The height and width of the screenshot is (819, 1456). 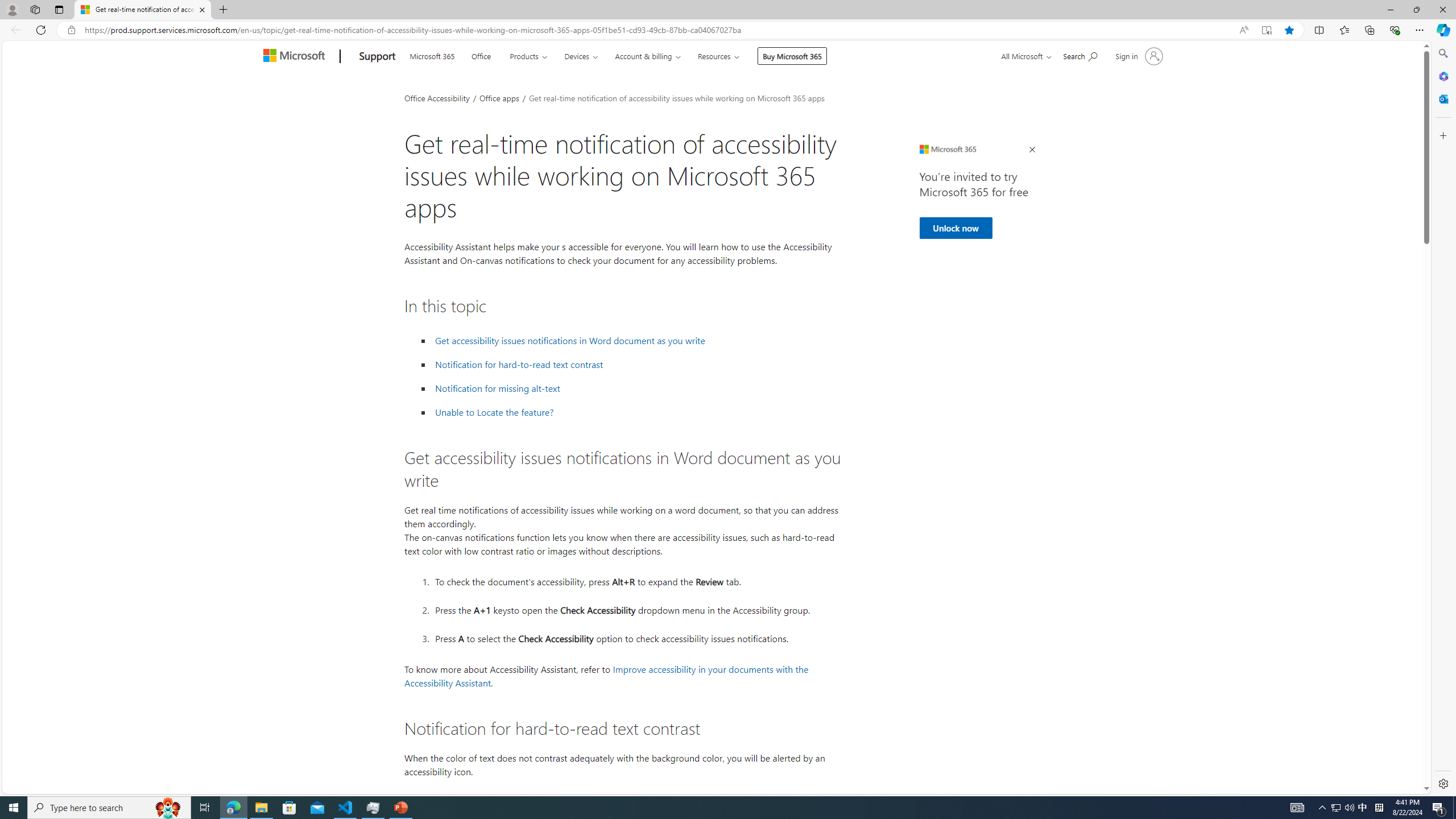 What do you see at coordinates (1289, 30) in the screenshot?
I see `'Add this page to favorites (Ctrl+D)'` at bounding box center [1289, 30].